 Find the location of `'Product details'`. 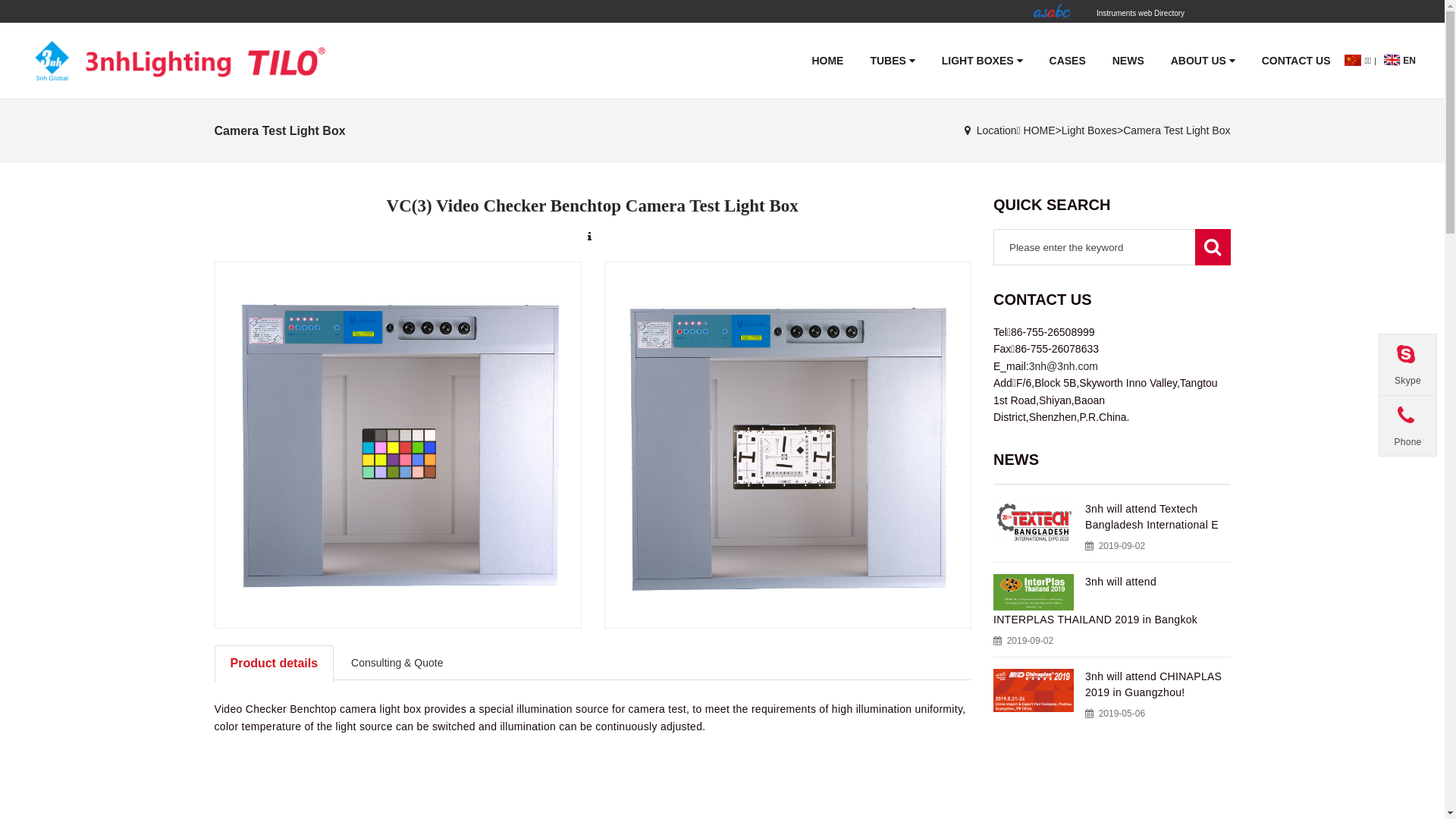

'Product details' is located at coordinates (273, 663).